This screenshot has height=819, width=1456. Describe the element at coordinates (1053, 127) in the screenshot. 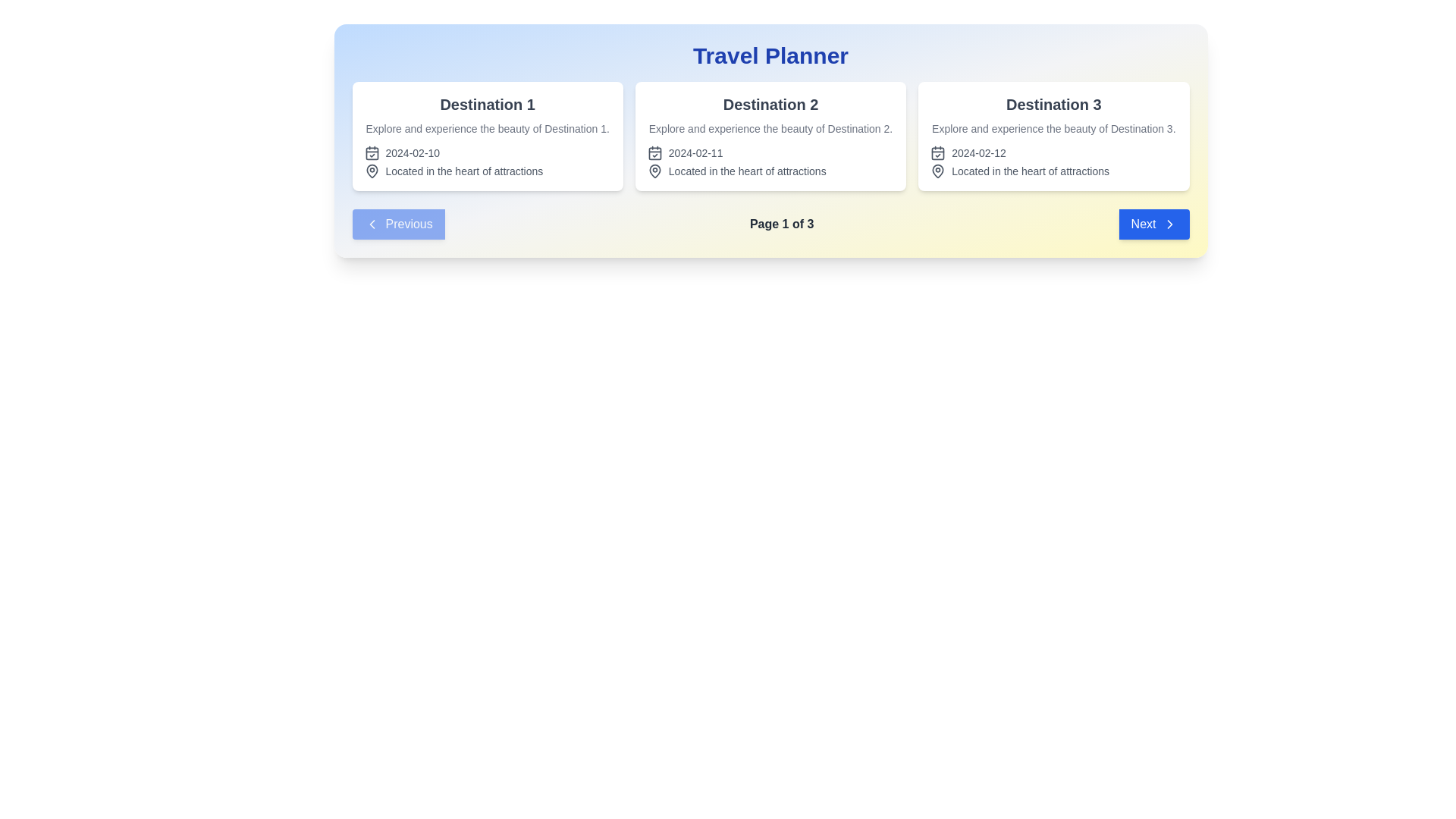

I see `the second visible text element providing a description about 'Destination 3' located in the rightmost card` at that location.